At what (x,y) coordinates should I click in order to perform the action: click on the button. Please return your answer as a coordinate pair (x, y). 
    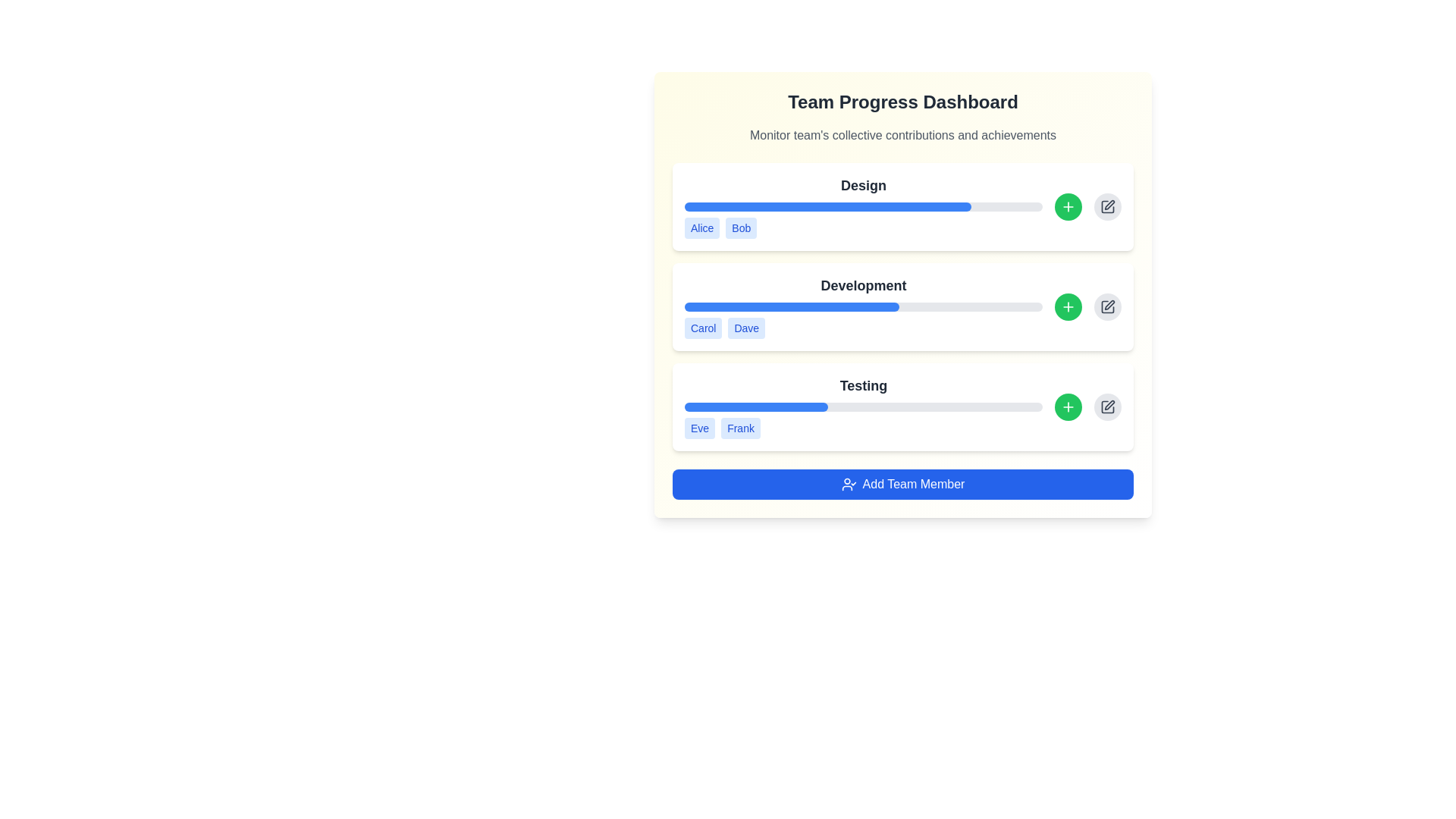
    Looking at the image, I should click on (1068, 406).